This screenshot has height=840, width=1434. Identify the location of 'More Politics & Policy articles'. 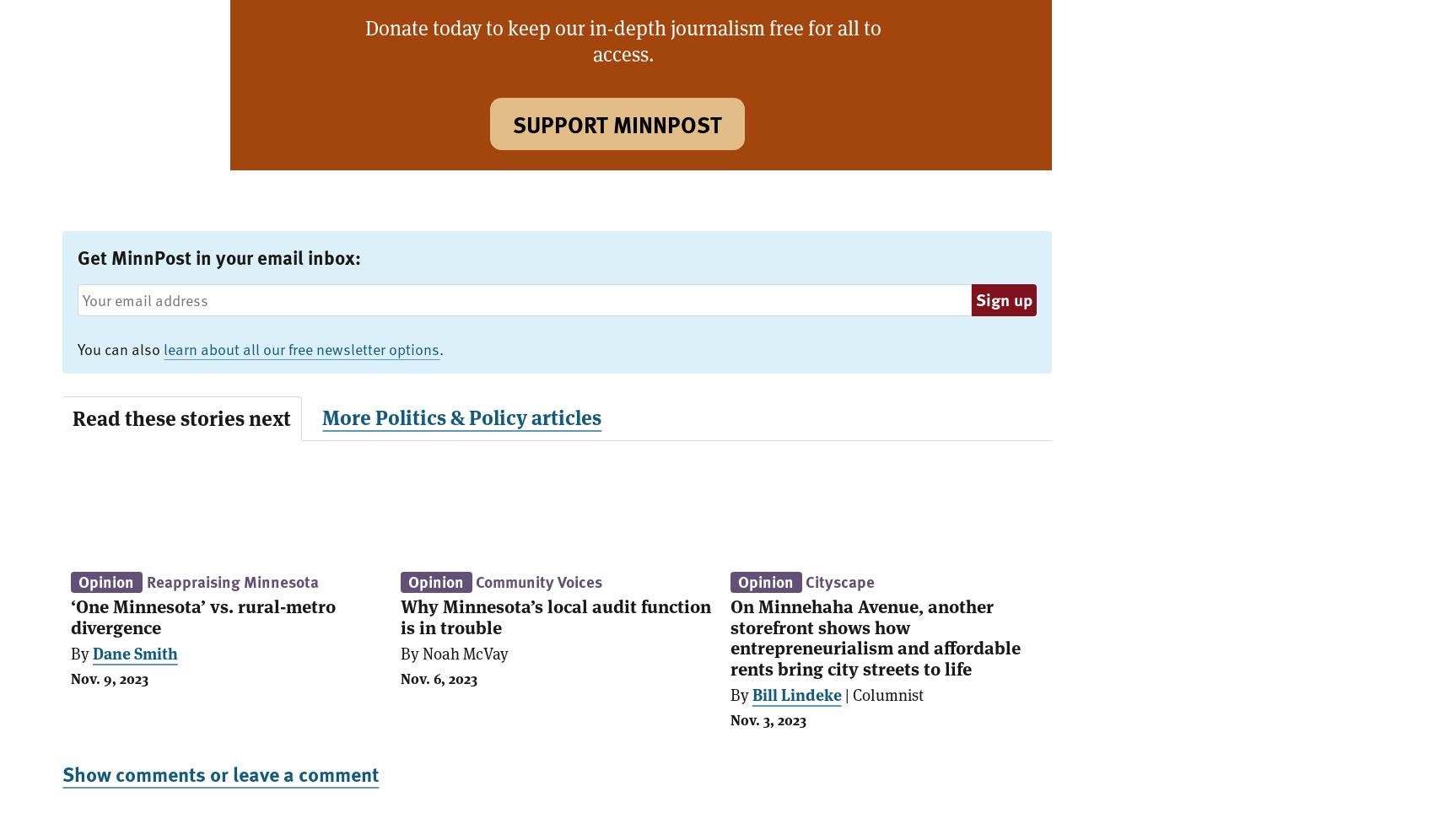
(461, 416).